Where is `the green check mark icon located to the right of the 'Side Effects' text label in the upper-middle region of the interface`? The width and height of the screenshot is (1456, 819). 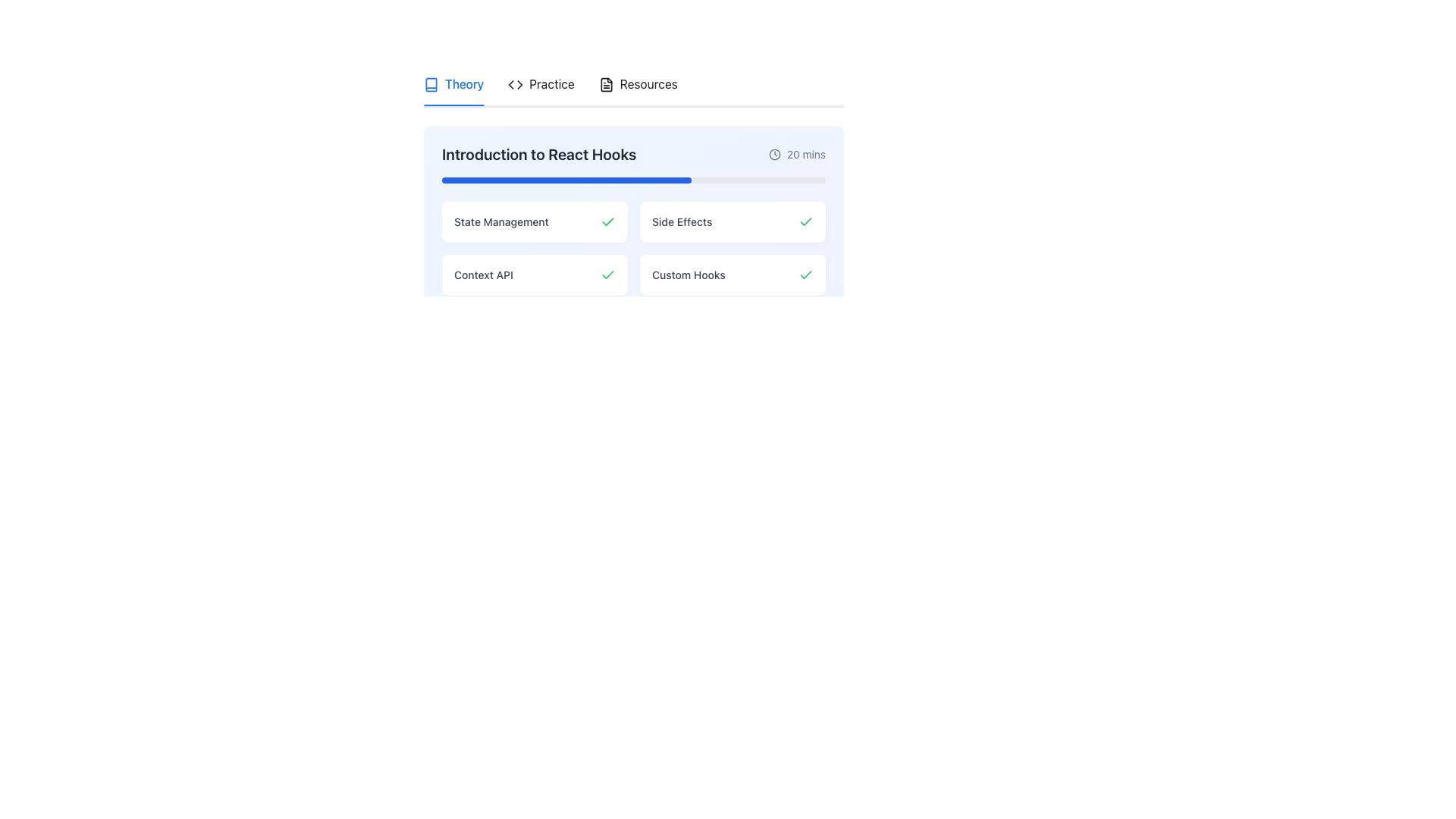 the green check mark icon located to the right of the 'Side Effects' text label in the upper-middle region of the interface is located at coordinates (805, 222).